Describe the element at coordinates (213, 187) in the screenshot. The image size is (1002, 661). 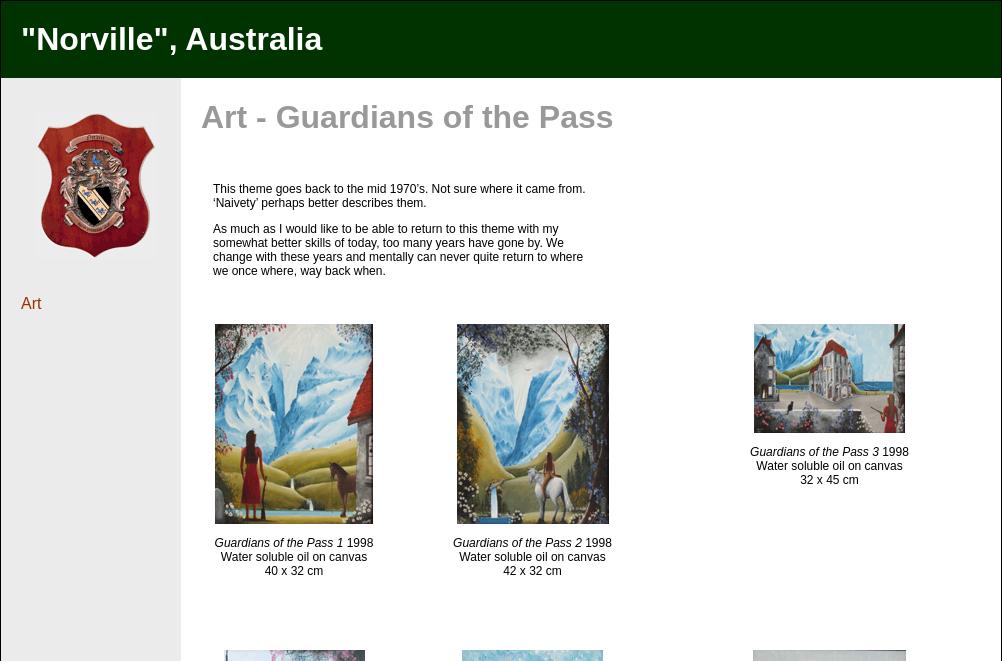
I see `'This theme goes back to the mid 1970’s. Not sure where it came from.'` at that location.